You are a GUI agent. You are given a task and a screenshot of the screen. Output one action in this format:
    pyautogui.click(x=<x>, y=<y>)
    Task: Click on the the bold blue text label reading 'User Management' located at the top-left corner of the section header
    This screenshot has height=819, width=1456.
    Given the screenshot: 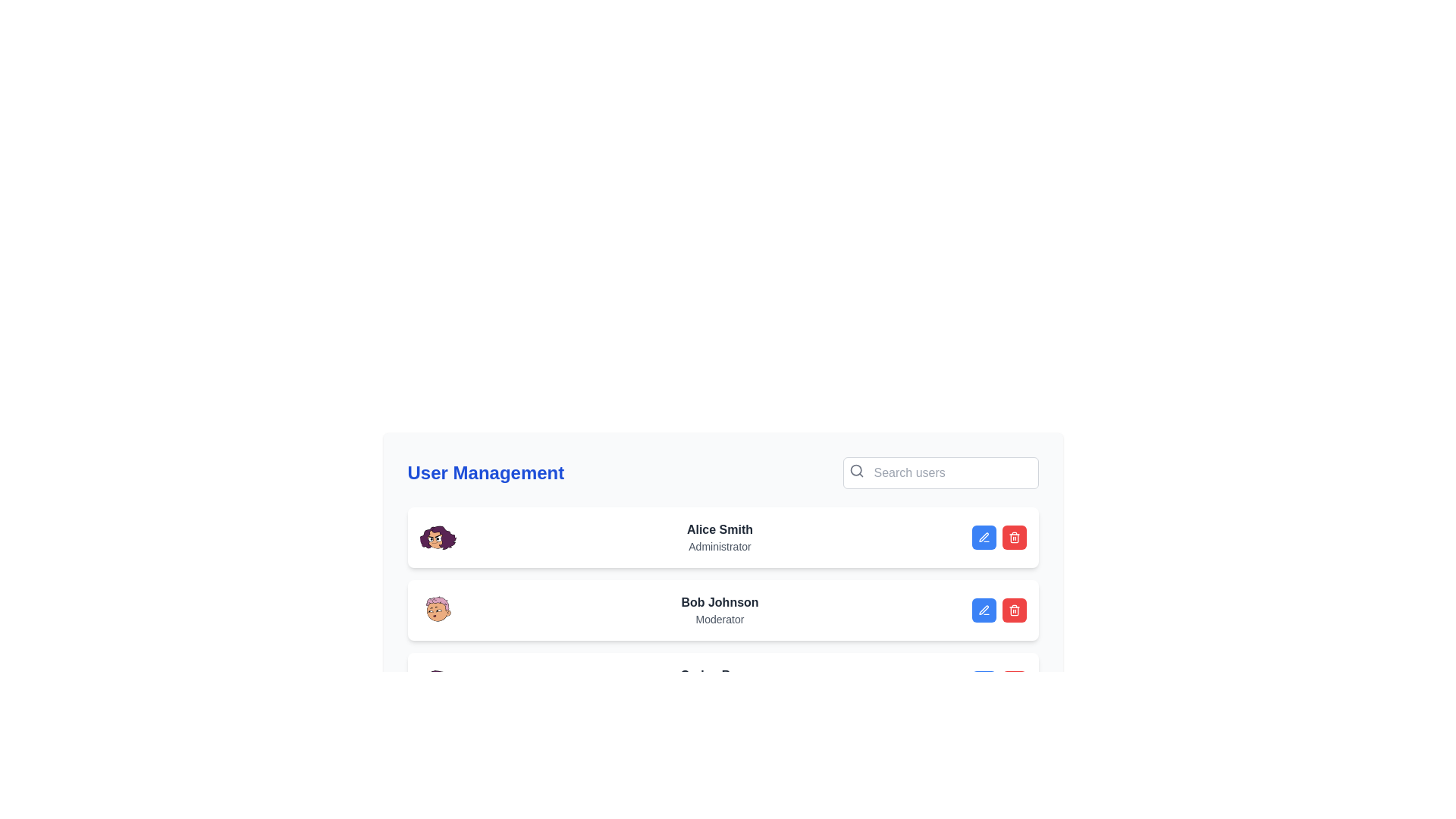 What is the action you would take?
    pyautogui.click(x=485, y=472)
    